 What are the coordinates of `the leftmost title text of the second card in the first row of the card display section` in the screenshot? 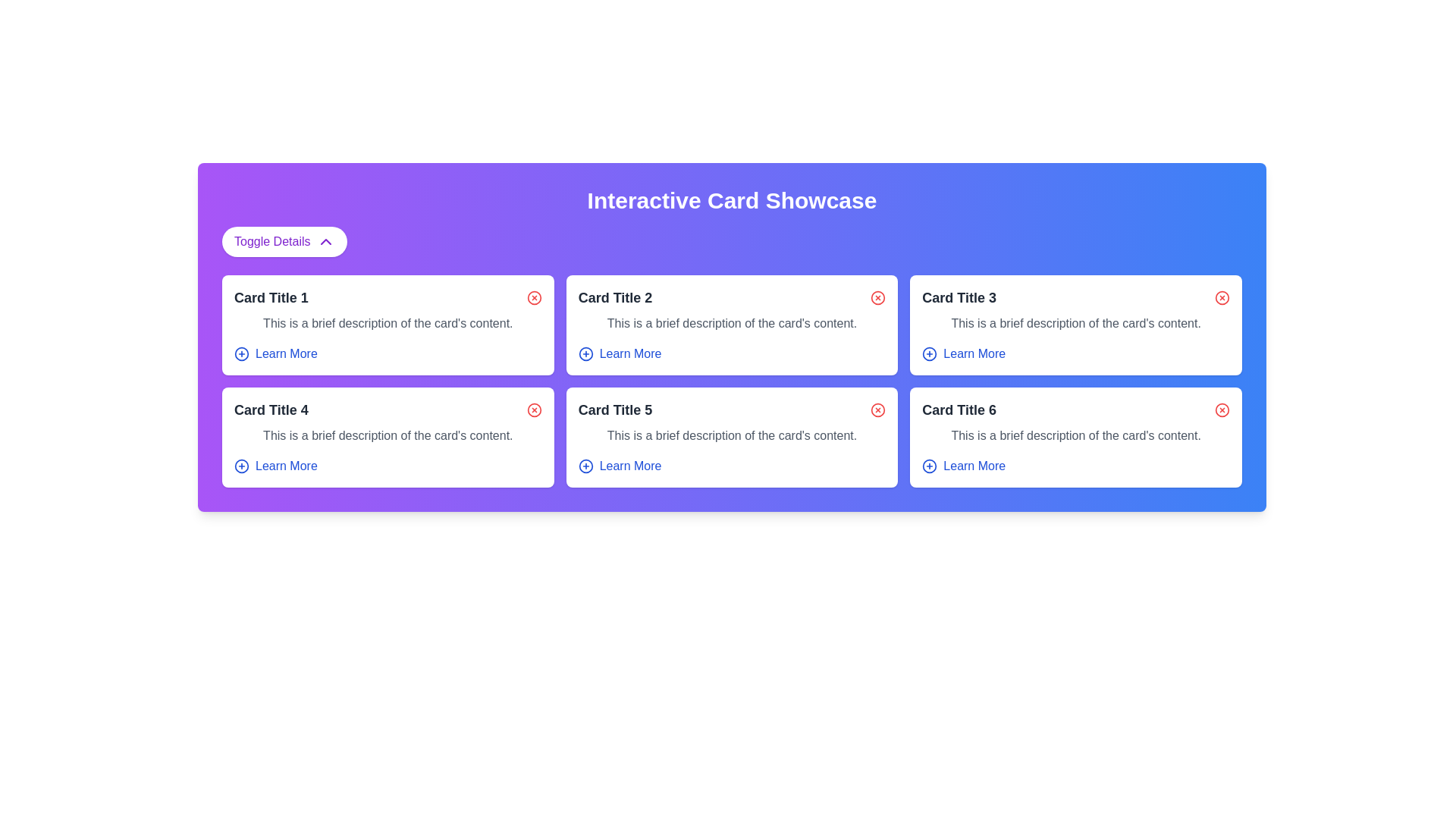 It's located at (615, 298).